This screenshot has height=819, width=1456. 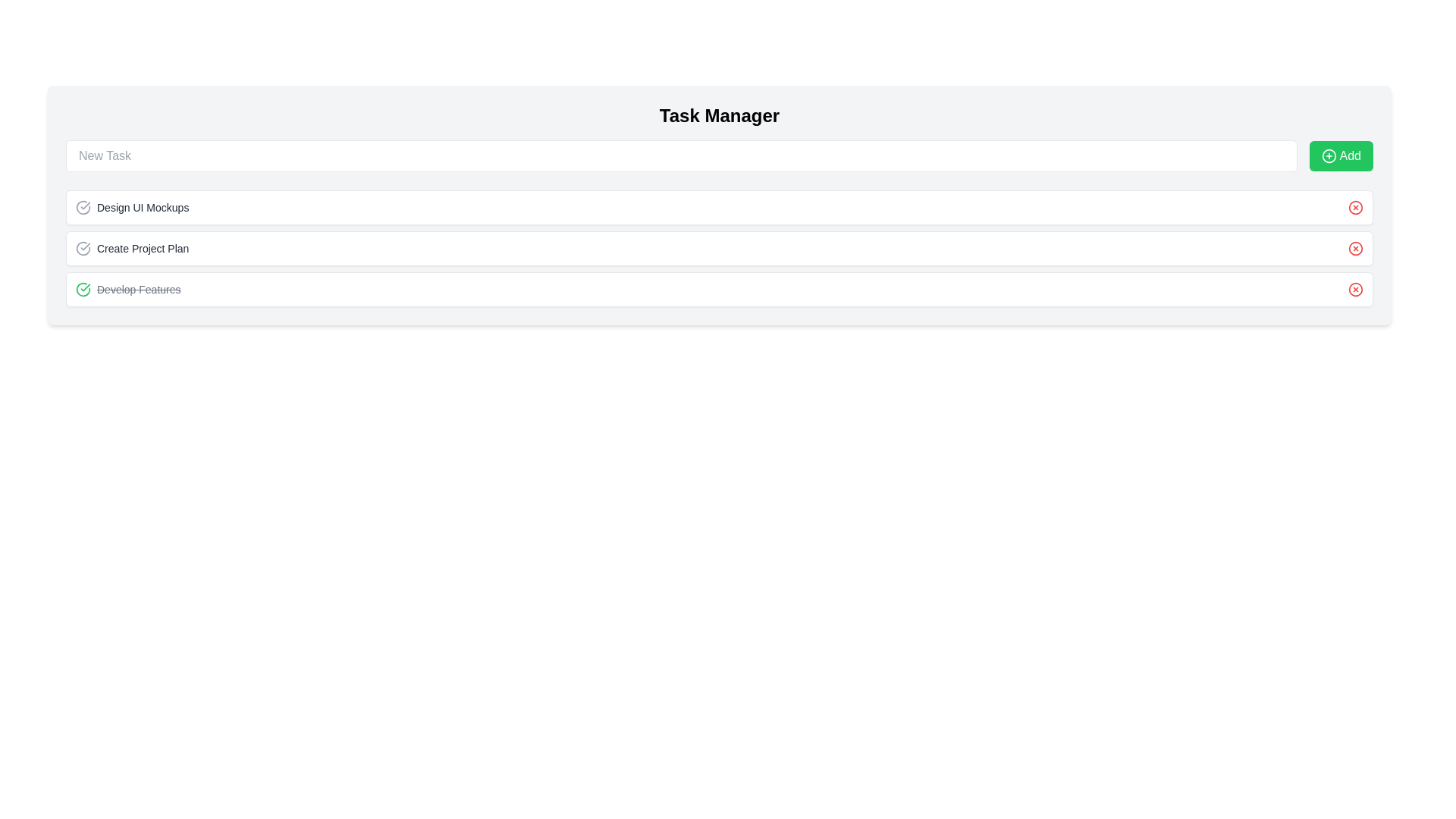 I want to click on the green circular icon with a checkmark inside, which is located at the leftmost side of the 'Develop Features' line, so click(x=83, y=289).